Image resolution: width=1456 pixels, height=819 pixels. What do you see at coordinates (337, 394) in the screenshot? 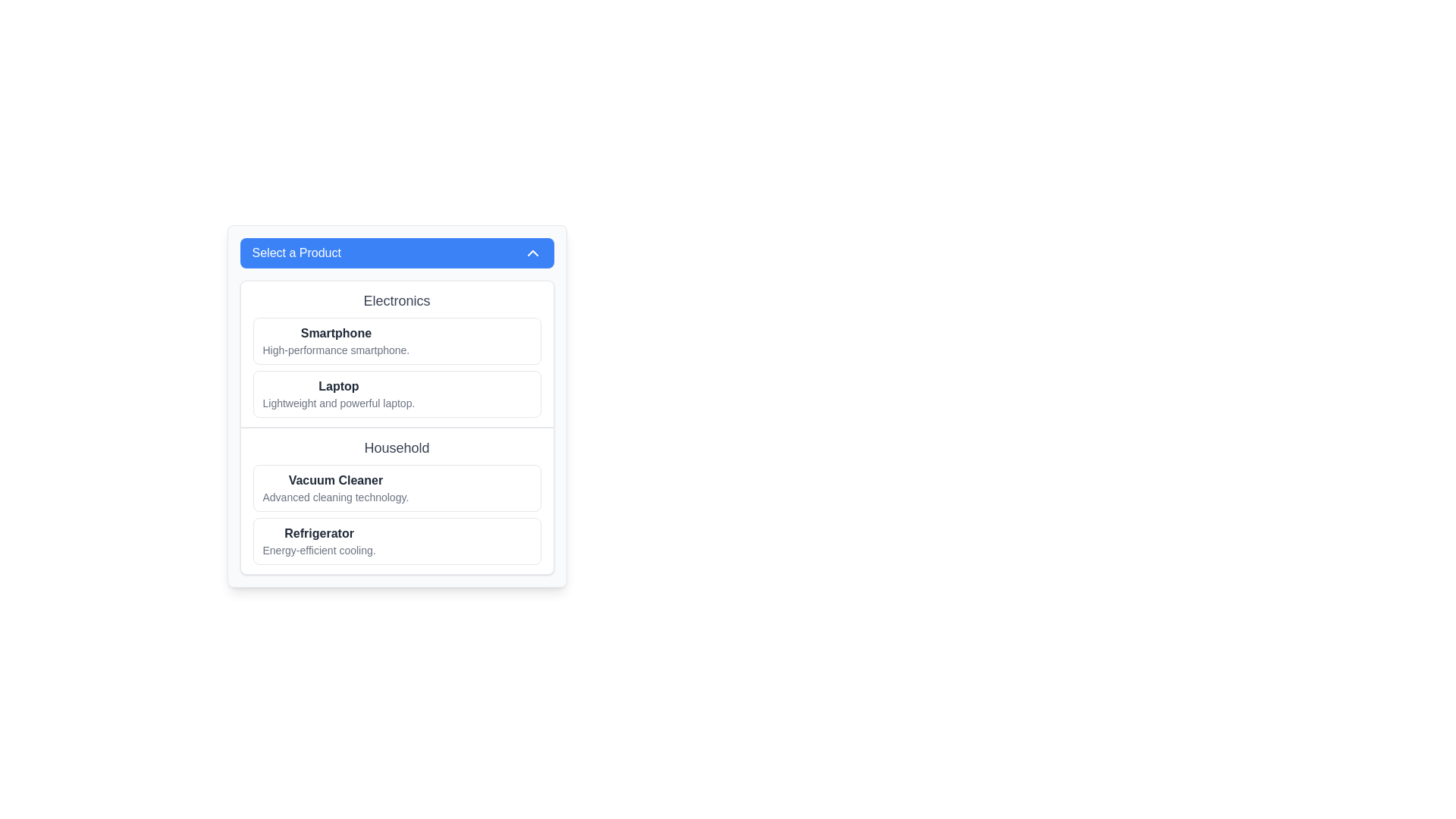
I see `text content of the laptop product display text block, which is the second item in the Electronics category list` at bounding box center [337, 394].